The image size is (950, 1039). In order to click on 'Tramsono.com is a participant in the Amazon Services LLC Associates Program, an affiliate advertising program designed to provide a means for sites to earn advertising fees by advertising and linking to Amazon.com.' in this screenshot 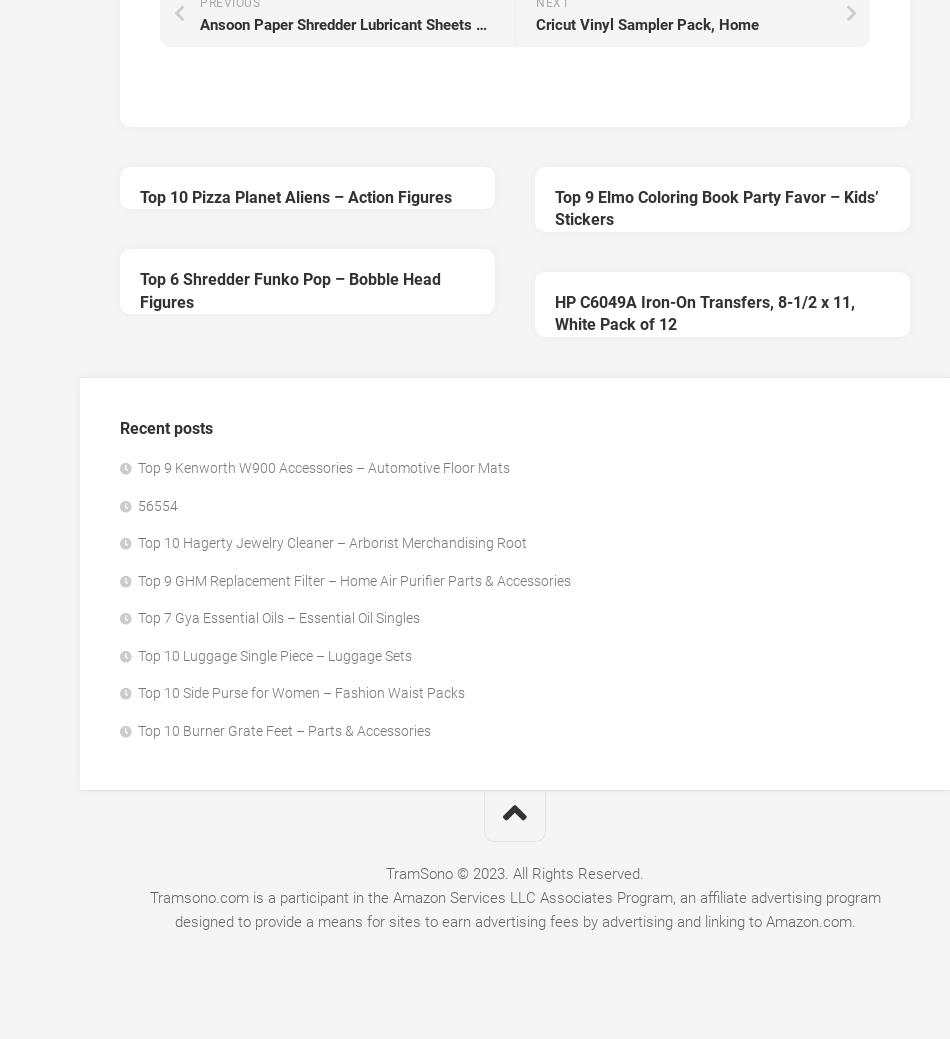, I will do `click(148, 909)`.